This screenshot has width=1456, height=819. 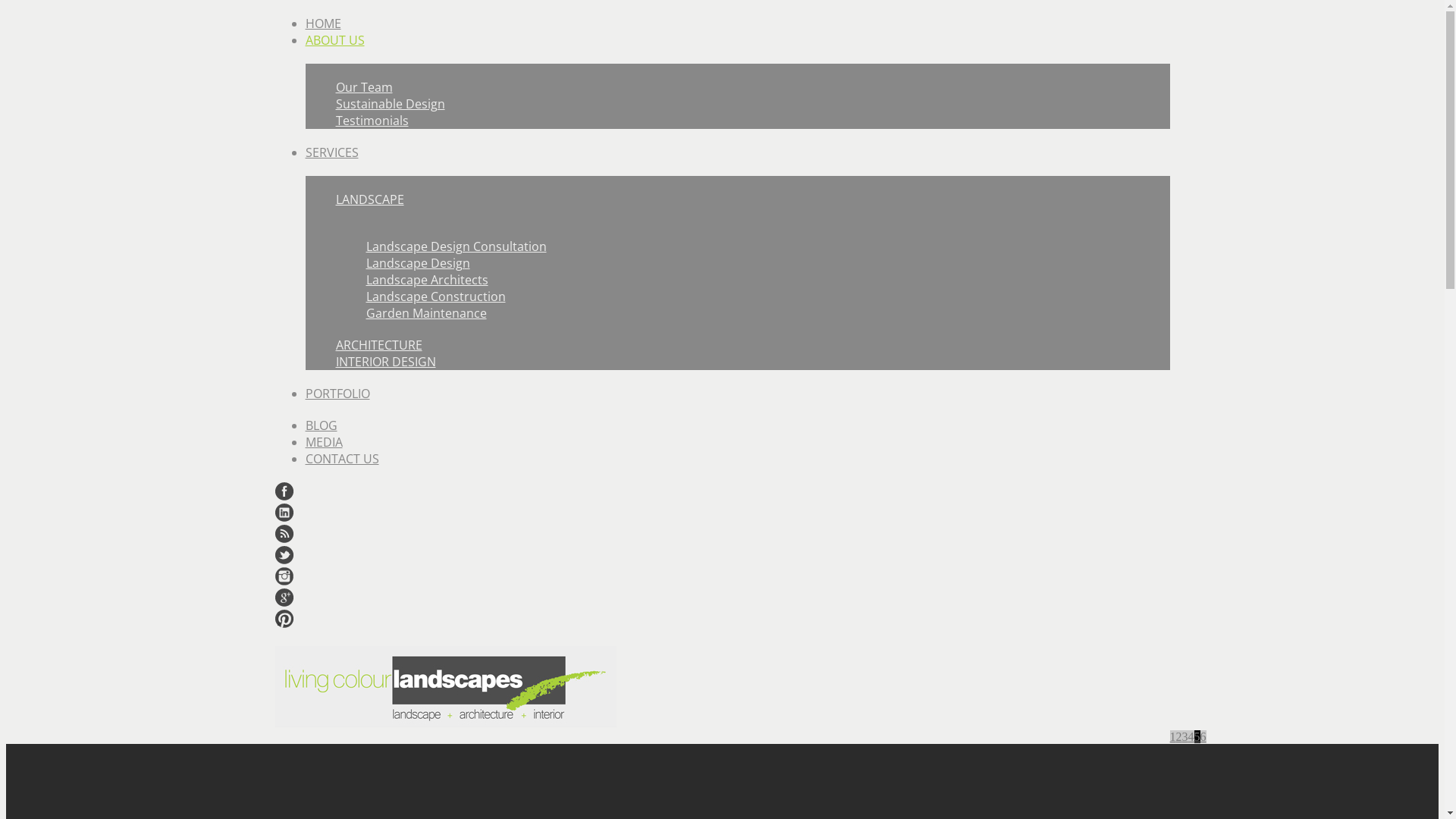 I want to click on '6', so click(x=1199, y=736).